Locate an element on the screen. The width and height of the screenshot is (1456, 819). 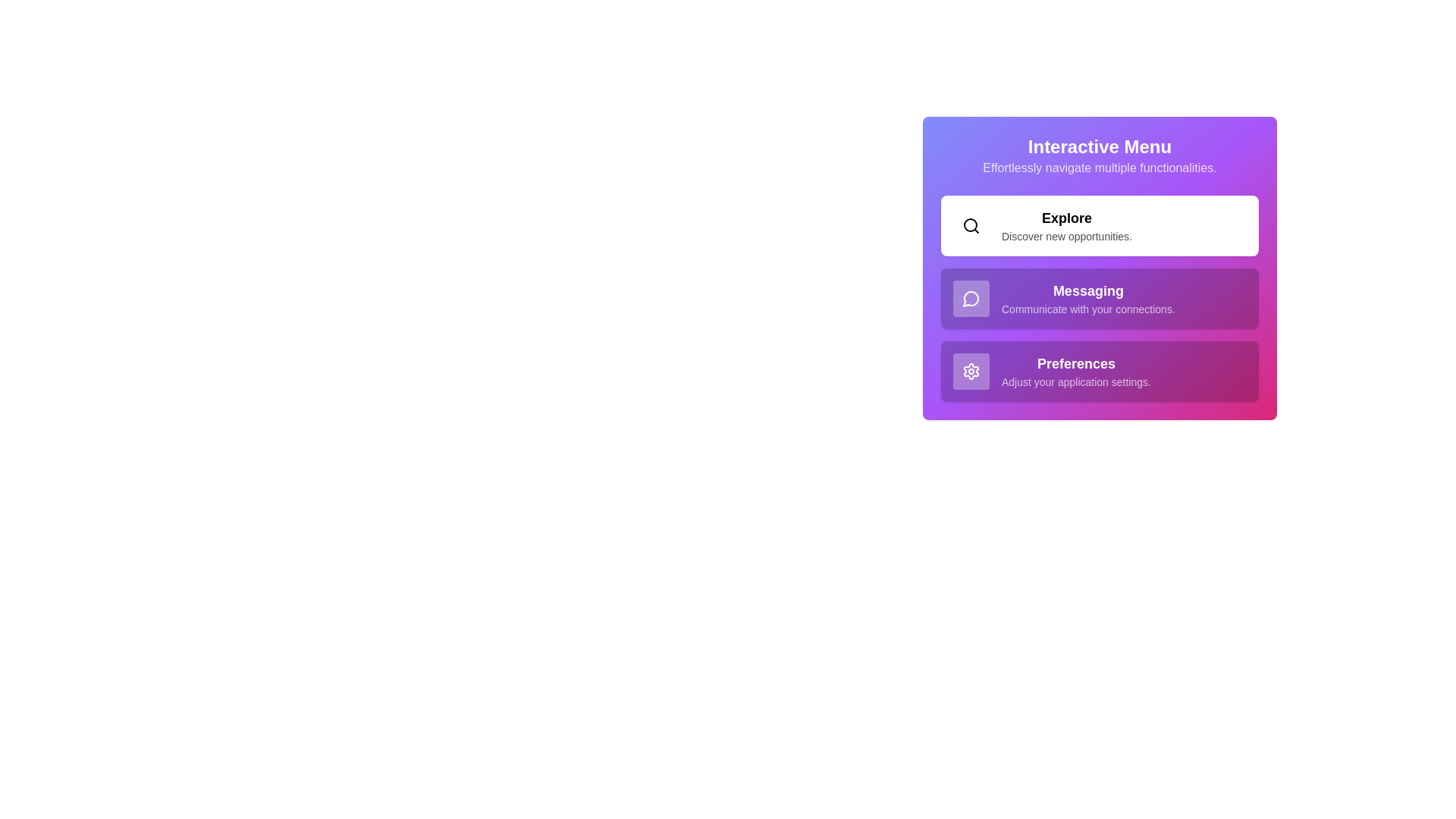
the menu item corresponding to Messaging to observe its hover effect is located at coordinates (1100, 298).